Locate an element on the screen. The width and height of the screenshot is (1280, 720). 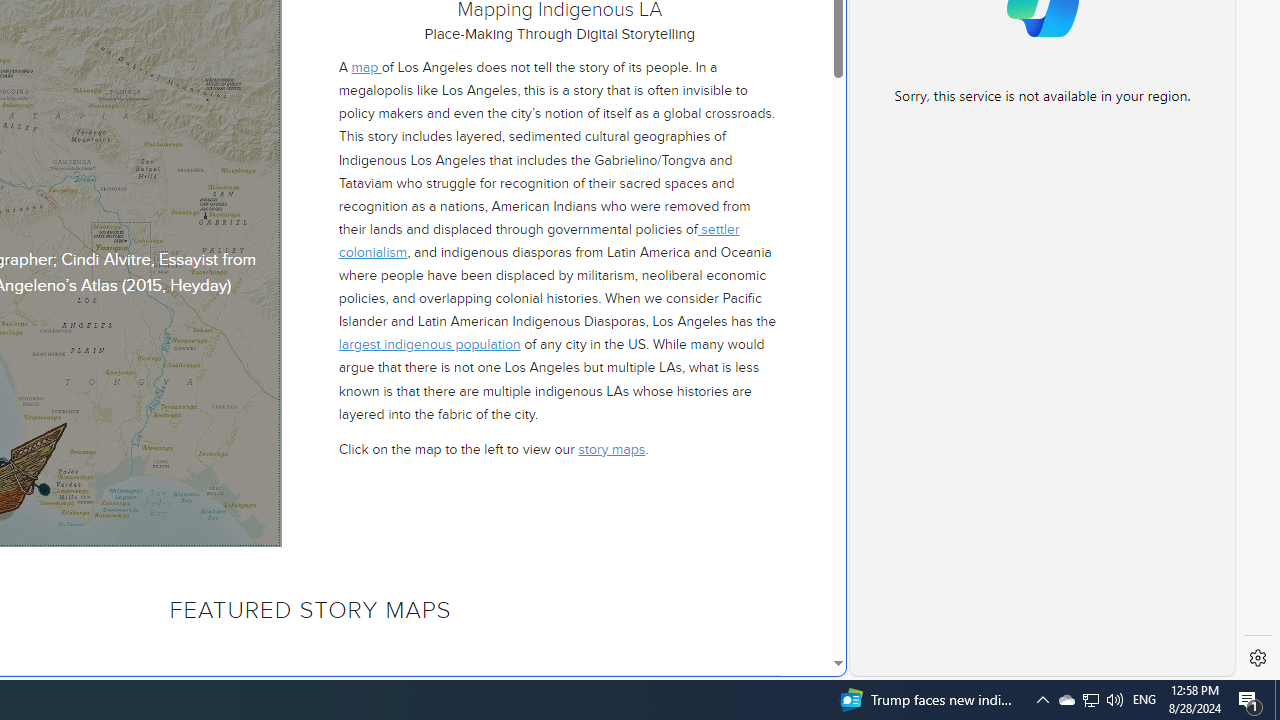
'story maps' is located at coordinates (611, 447).